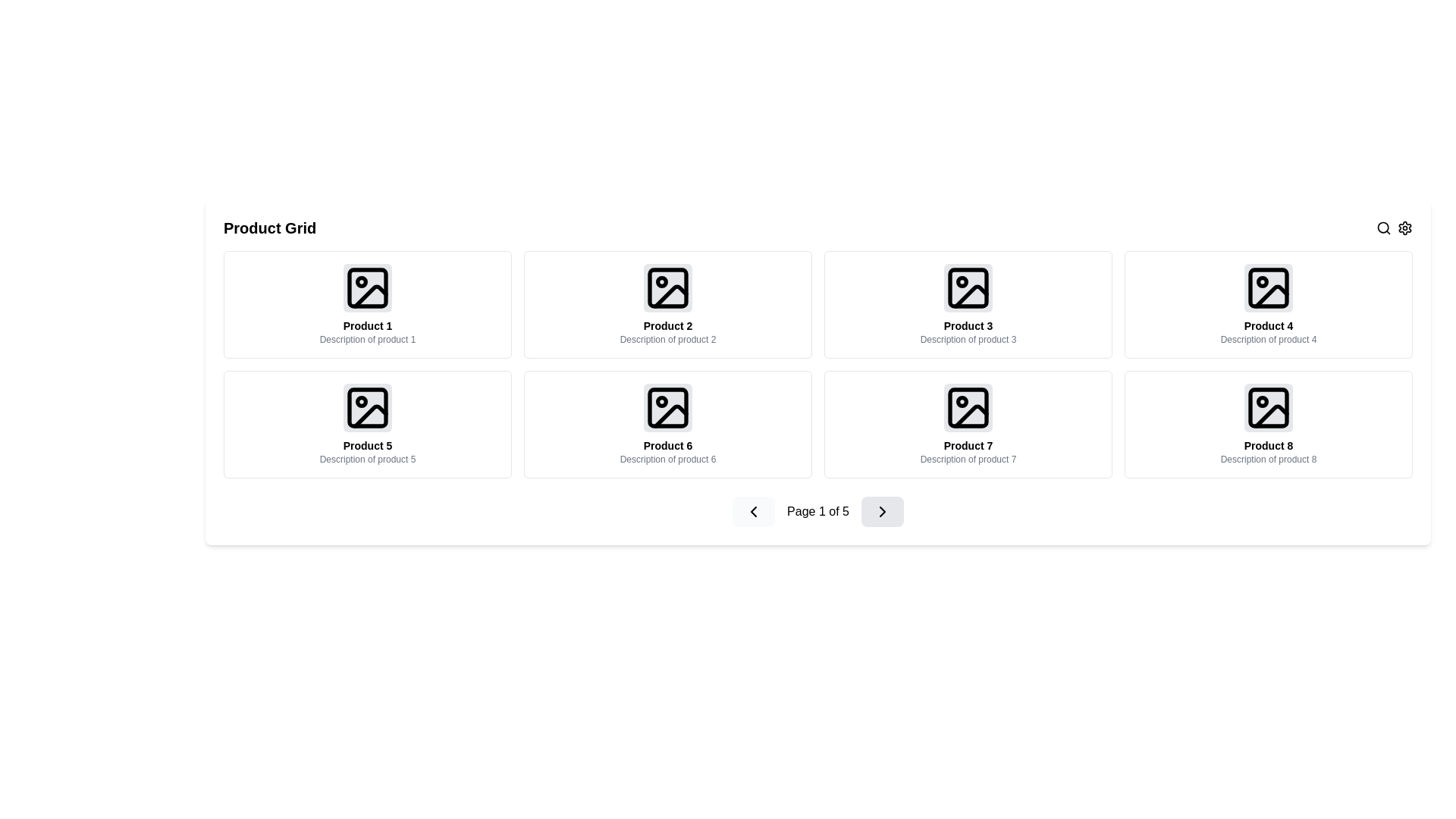  I want to click on the text display stating 'Description of product 3' located below the title 'Product 3' in the product card, so click(967, 338).